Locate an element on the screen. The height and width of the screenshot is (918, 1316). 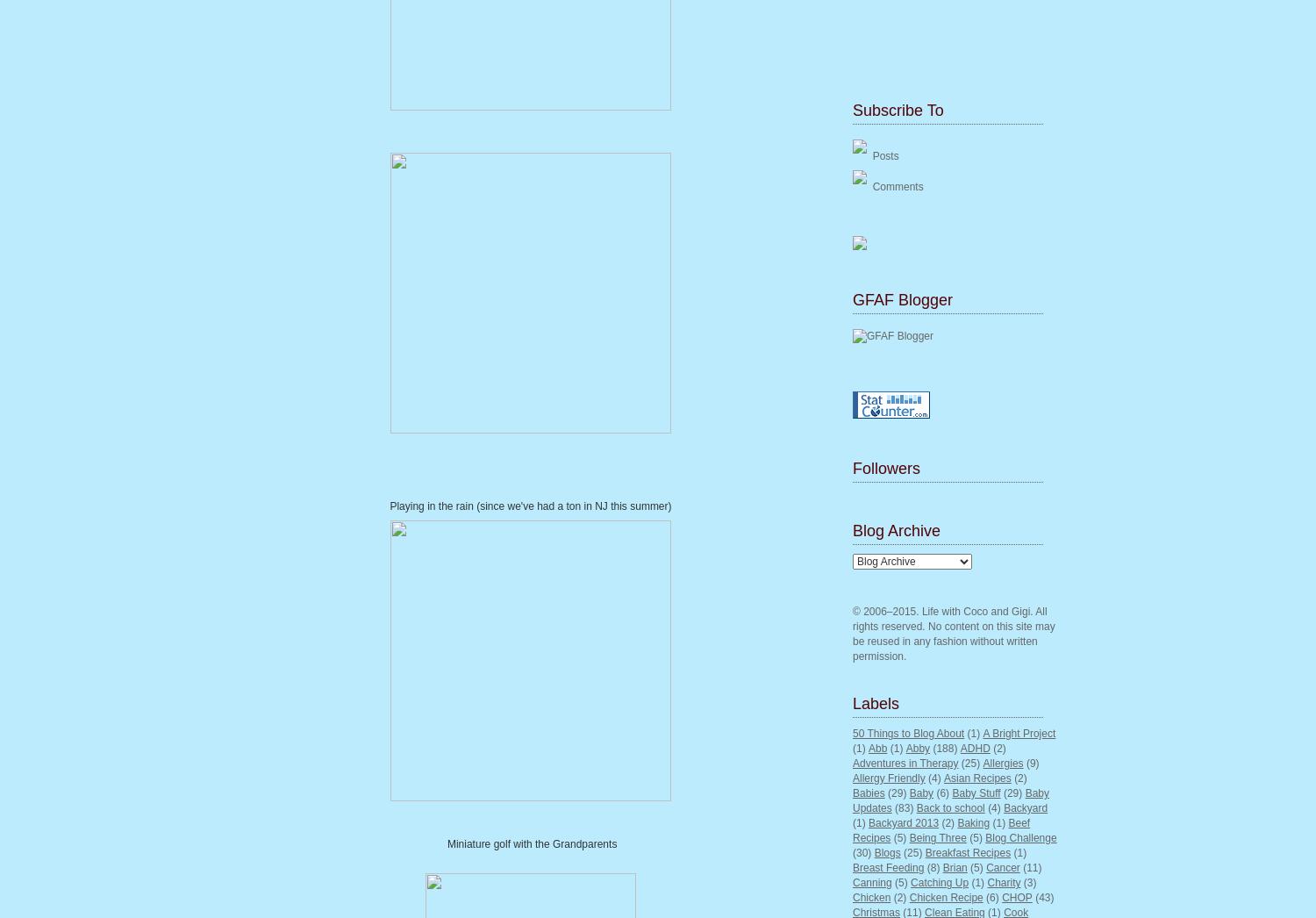
'Beef Recipes' is located at coordinates (940, 829).